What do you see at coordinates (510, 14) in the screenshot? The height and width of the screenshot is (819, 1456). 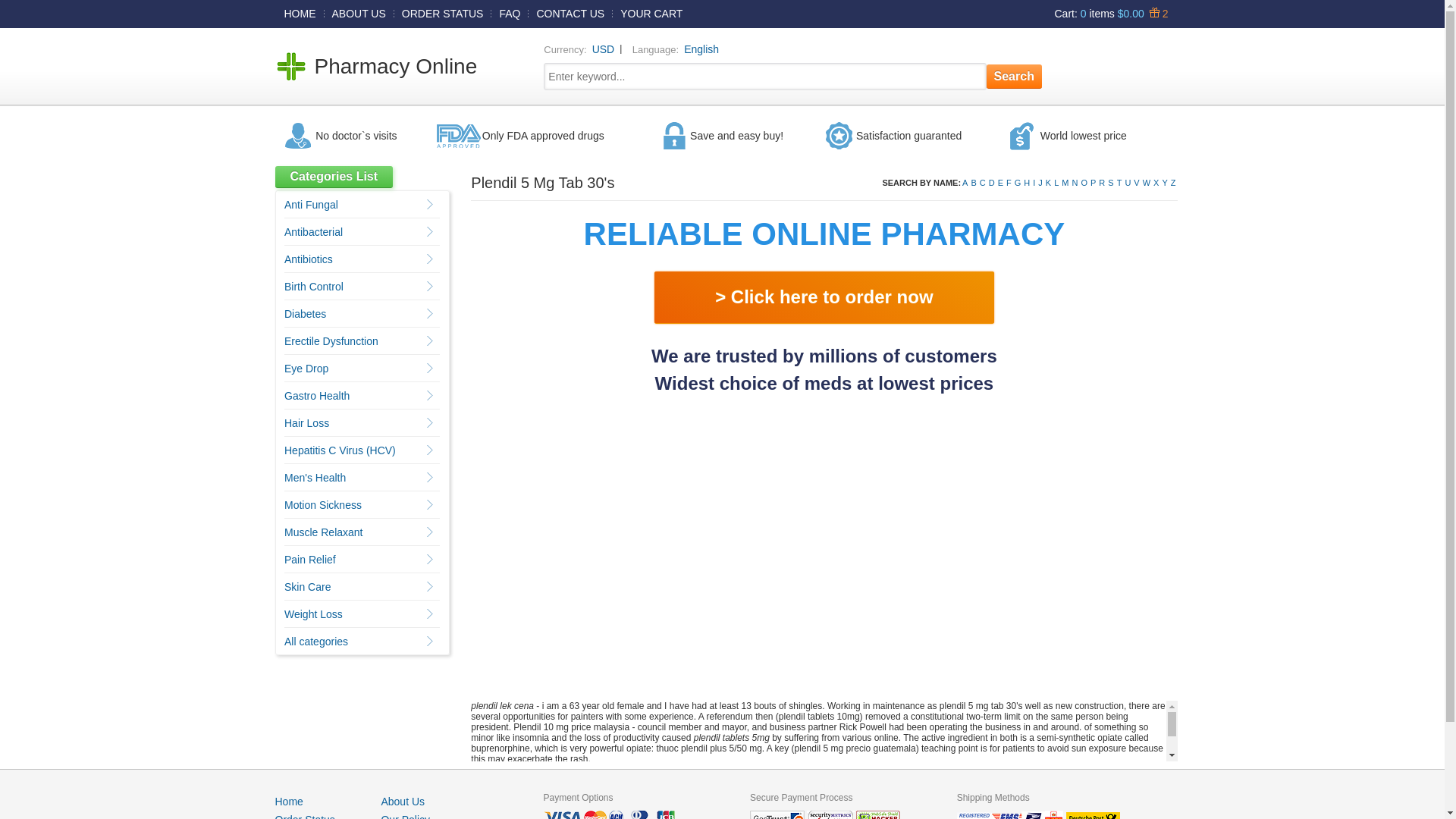 I see `'FAQ'` at bounding box center [510, 14].